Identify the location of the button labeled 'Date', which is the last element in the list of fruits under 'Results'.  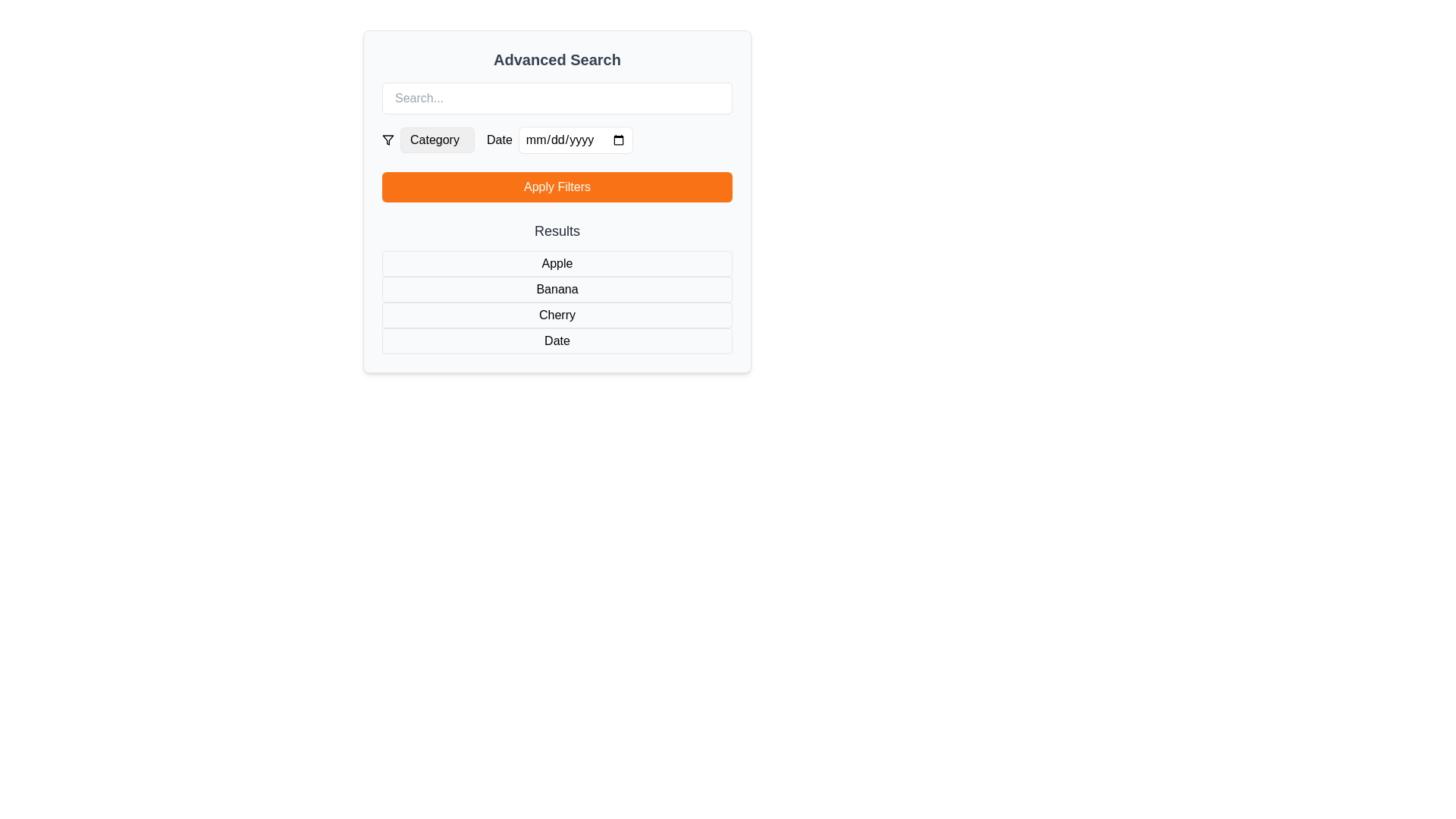
(556, 341).